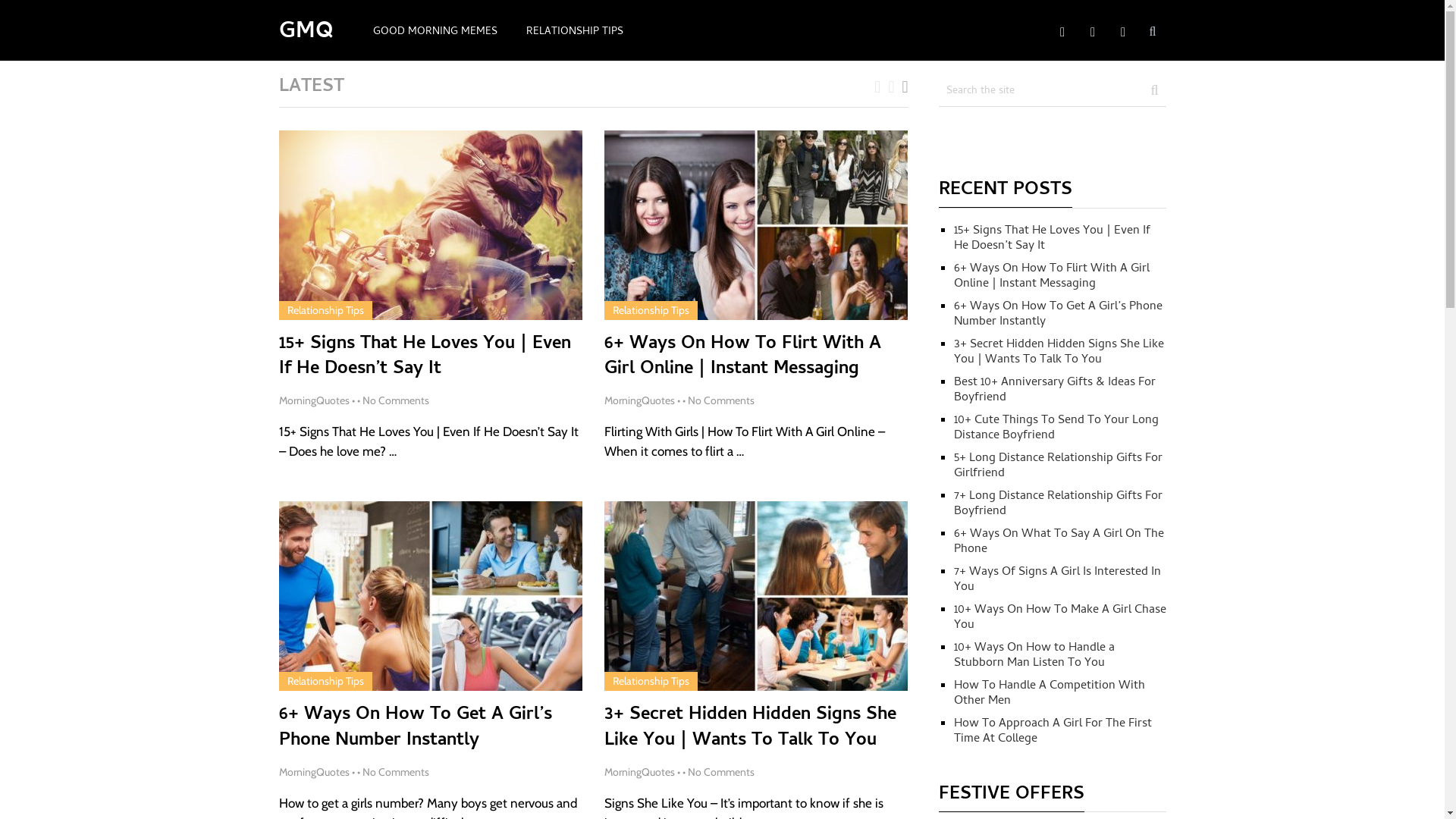  What do you see at coordinates (1057, 504) in the screenshot?
I see `'7+ Long Distance Relationship Gifts For Boyfriend'` at bounding box center [1057, 504].